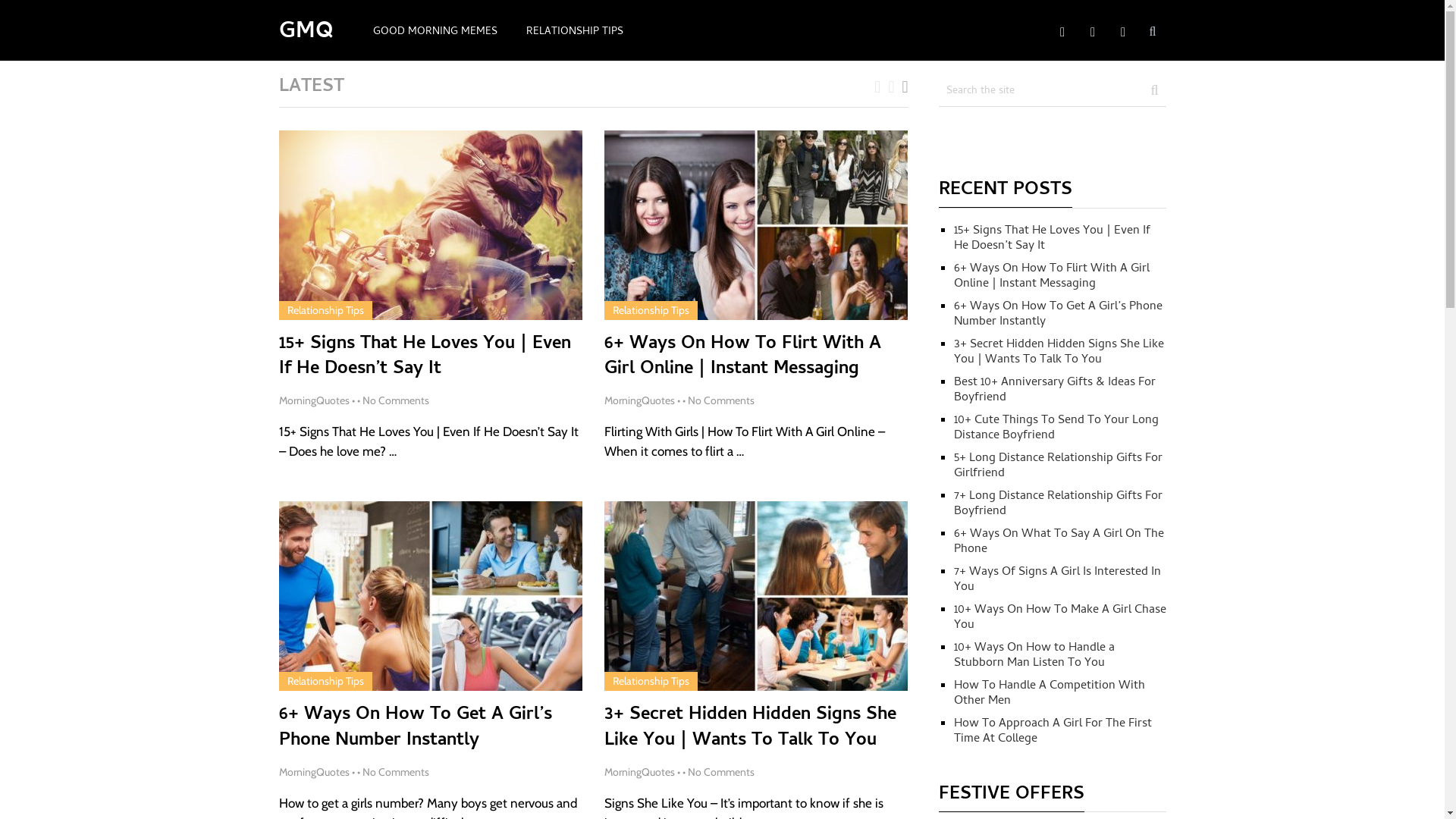  What do you see at coordinates (1057, 504) in the screenshot?
I see `'7+ Long Distance Relationship Gifts For Boyfriend'` at bounding box center [1057, 504].